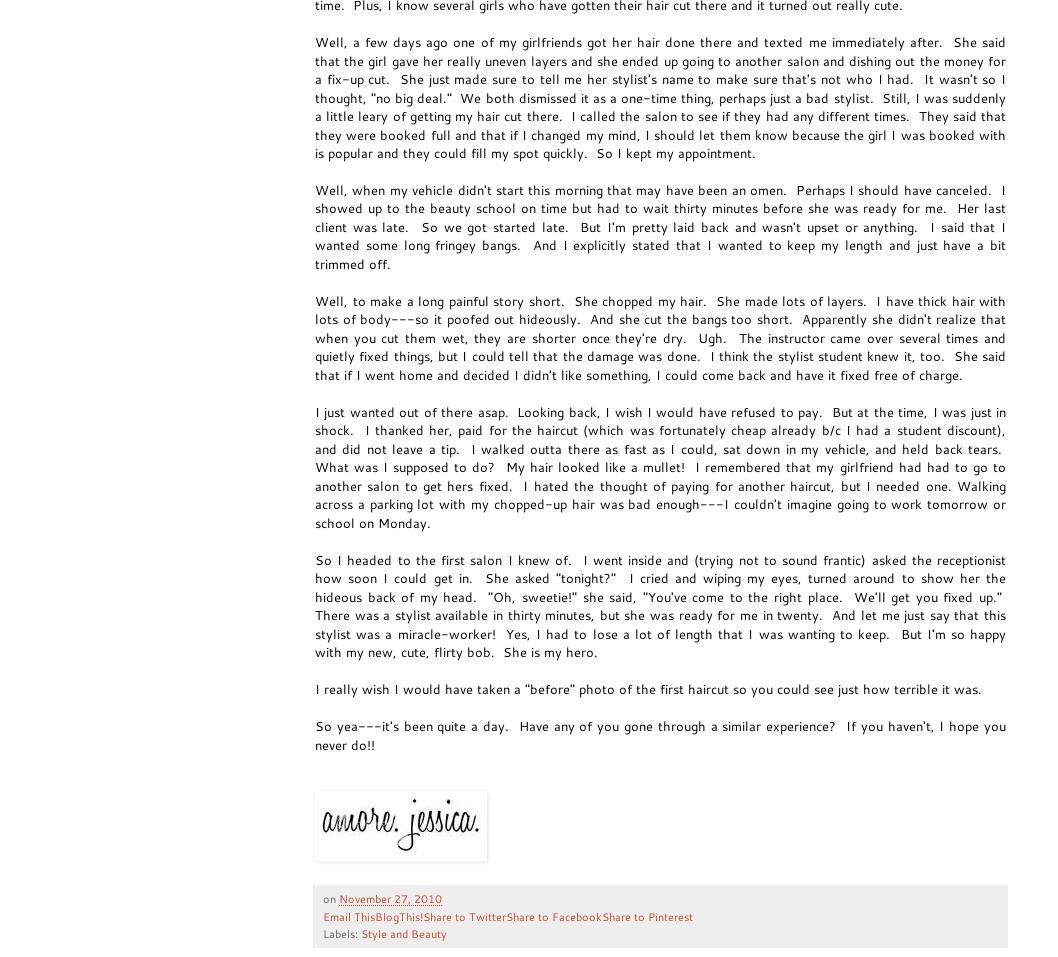 The height and width of the screenshot is (957, 1058). I want to click on 'Style and Beauty', so click(360, 933).